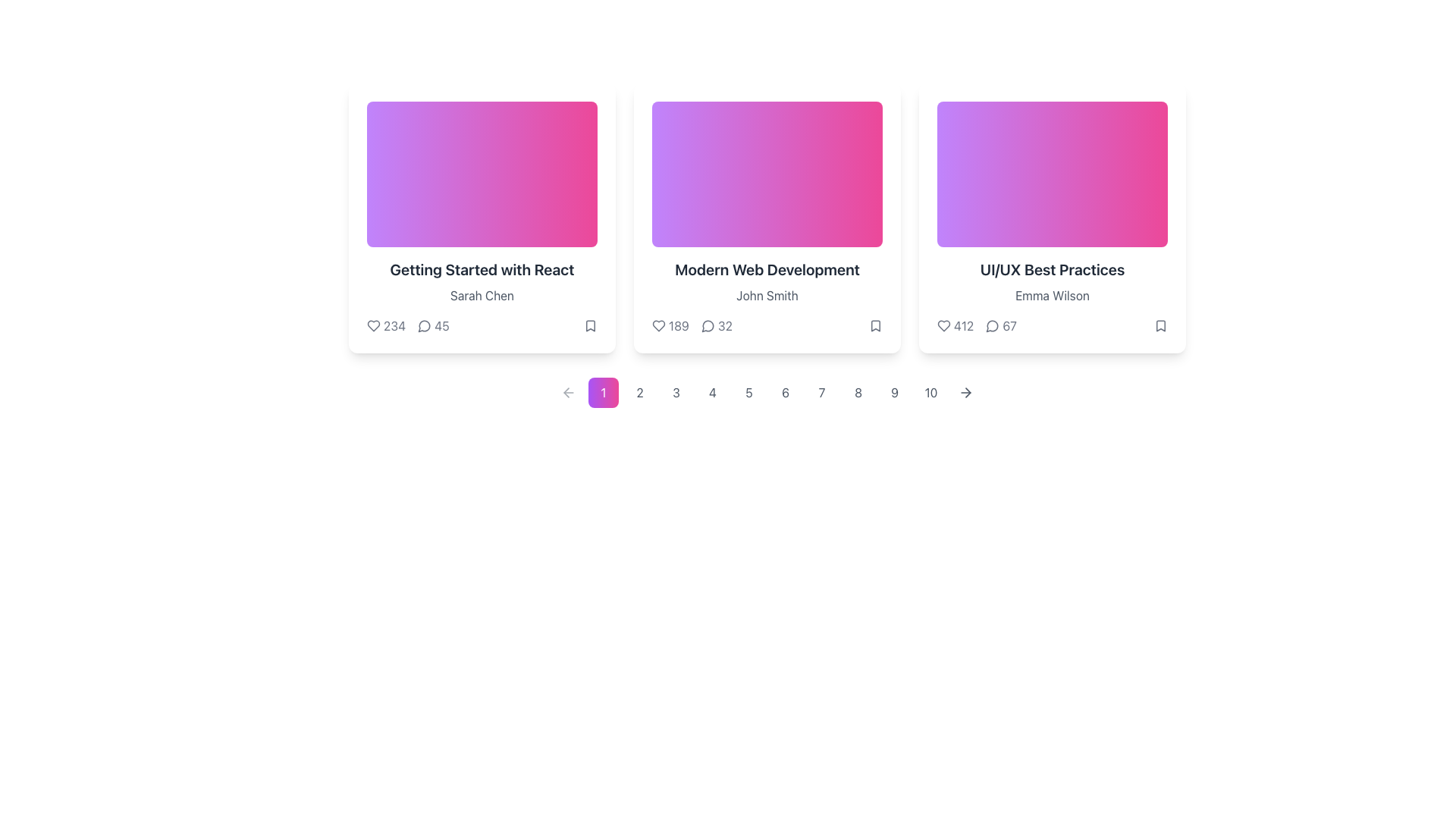 Image resolution: width=1456 pixels, height=819 pixels. I want to click on the Bookmark icon, so click(1160, 325).